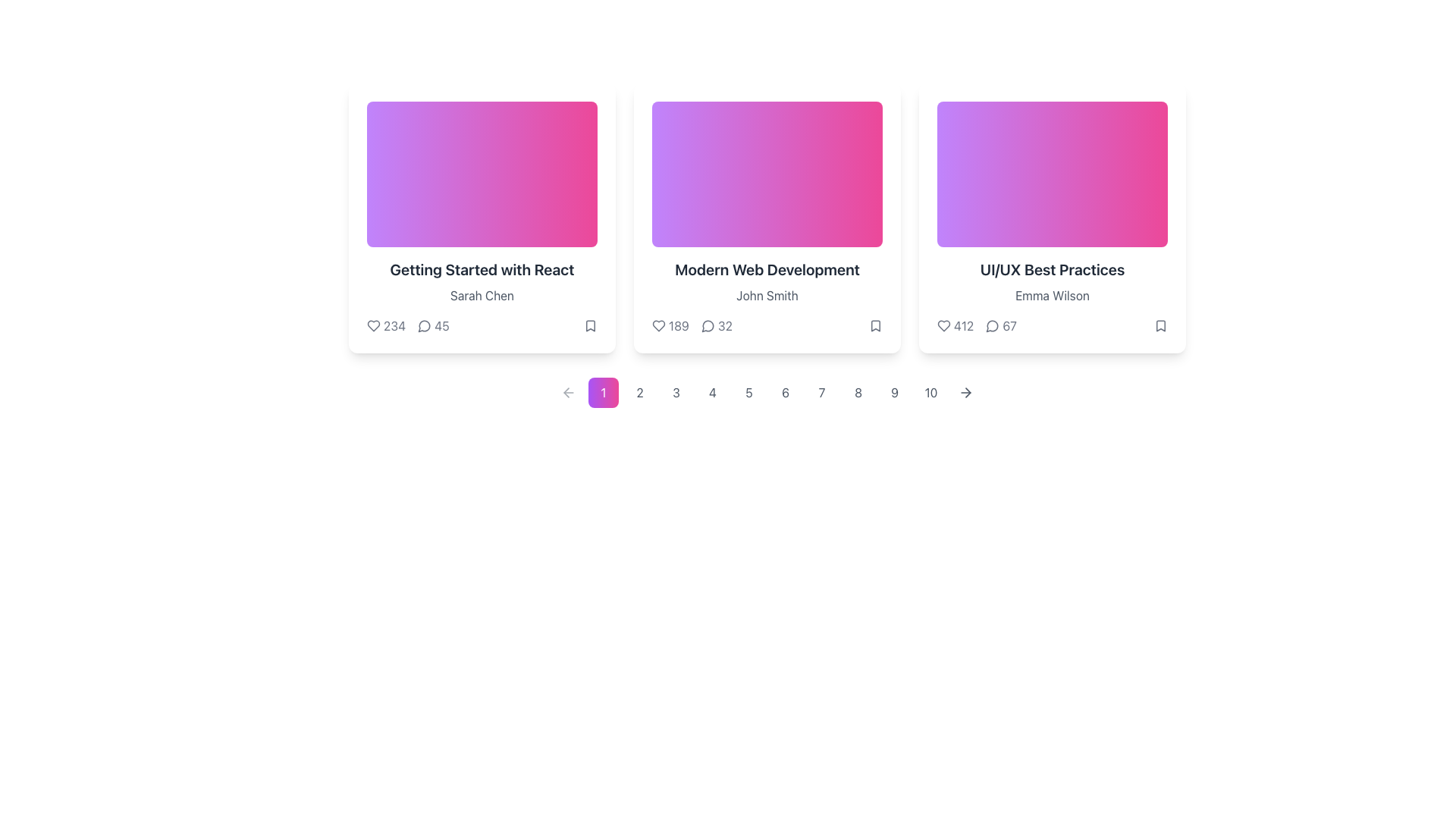 Image resolution: width=1456 pixels, height=819 pixels. I want to click on the Bookmark icon, so click(1160, 325).